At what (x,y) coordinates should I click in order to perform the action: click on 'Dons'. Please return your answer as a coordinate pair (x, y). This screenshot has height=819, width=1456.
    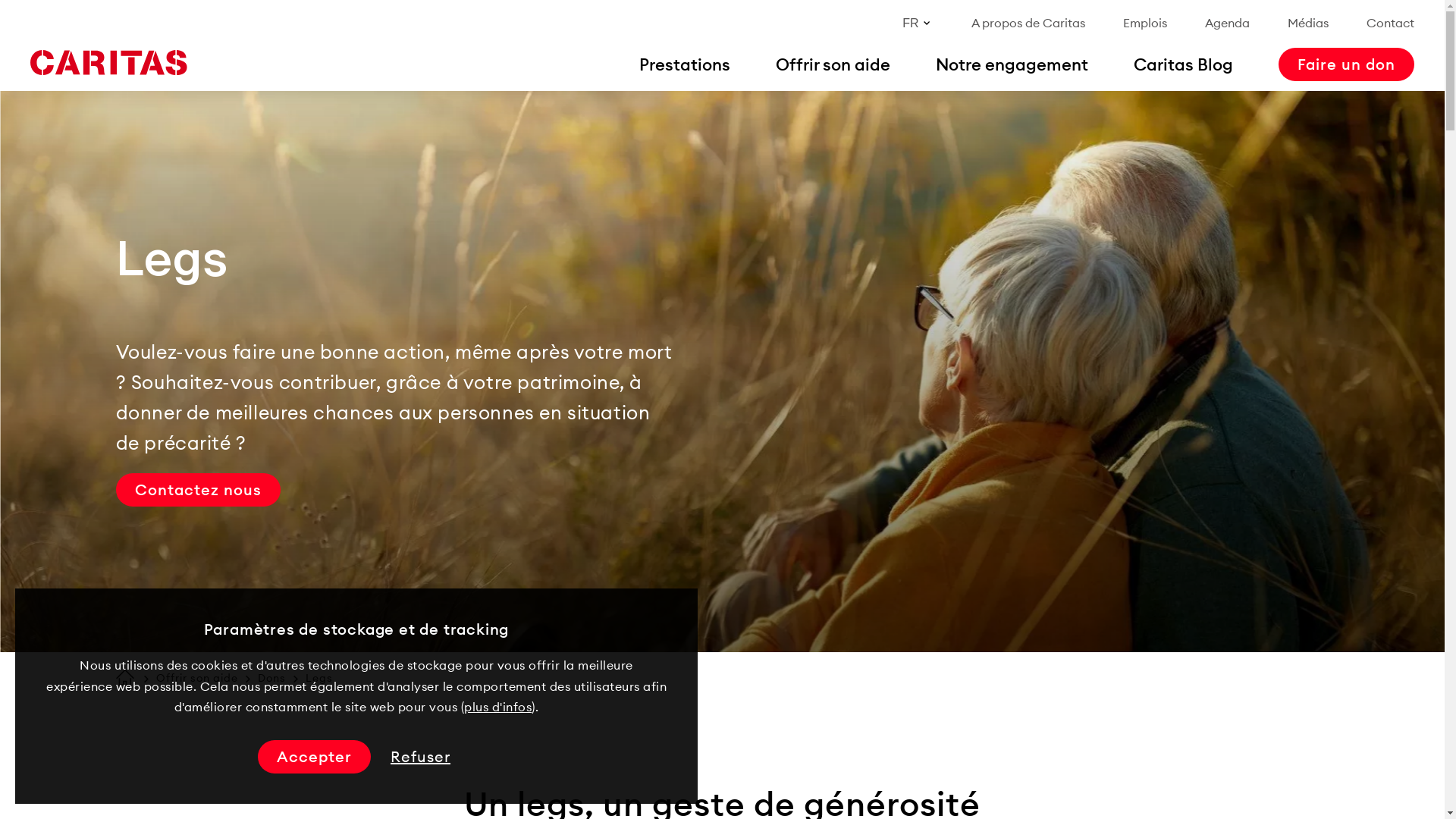
    Looking at the image, I should click on (271, 677).